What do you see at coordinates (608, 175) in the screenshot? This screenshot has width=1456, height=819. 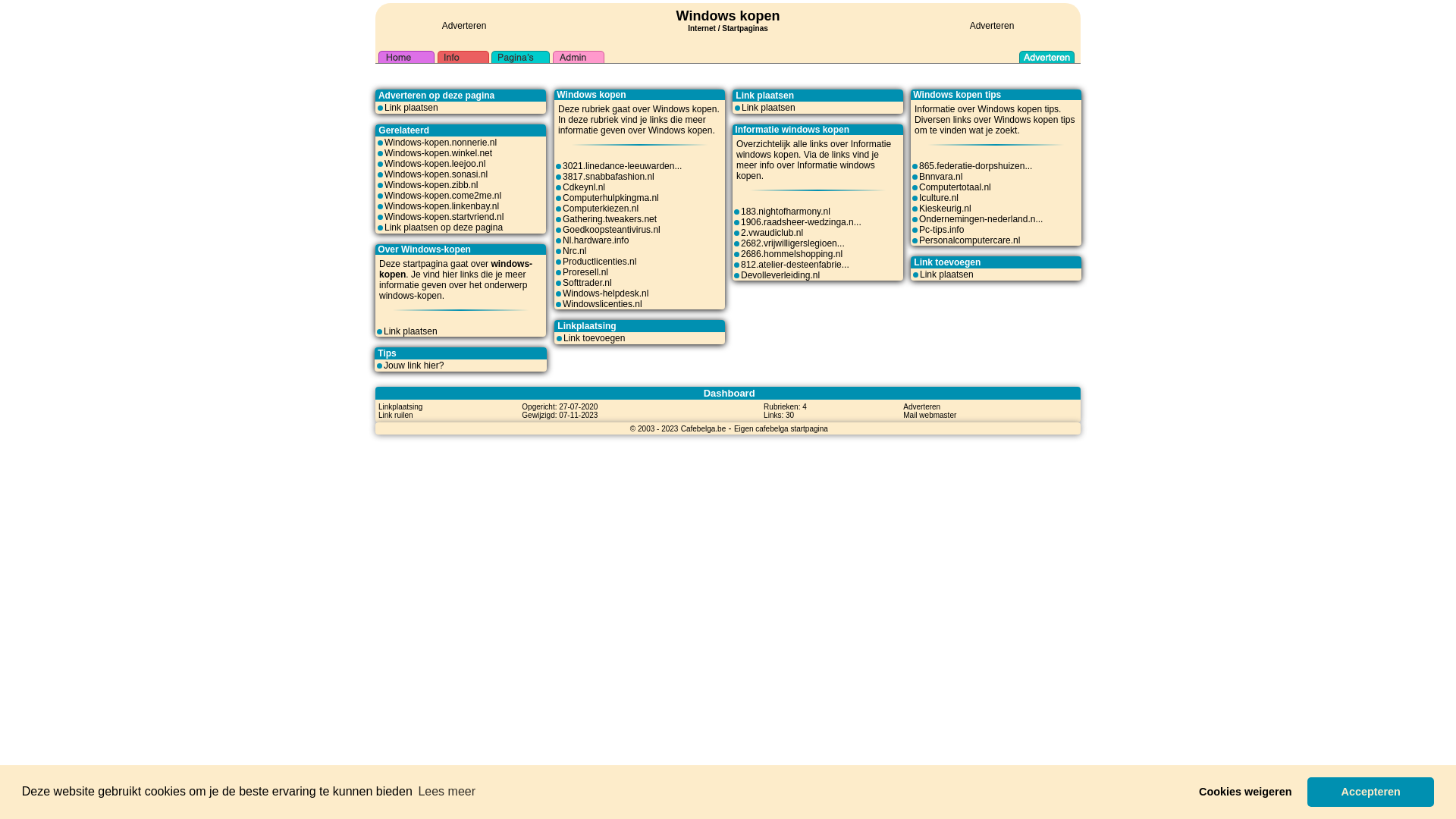 I see `'3817.snabbafashion.nl'` at bounding box center [608, 175].